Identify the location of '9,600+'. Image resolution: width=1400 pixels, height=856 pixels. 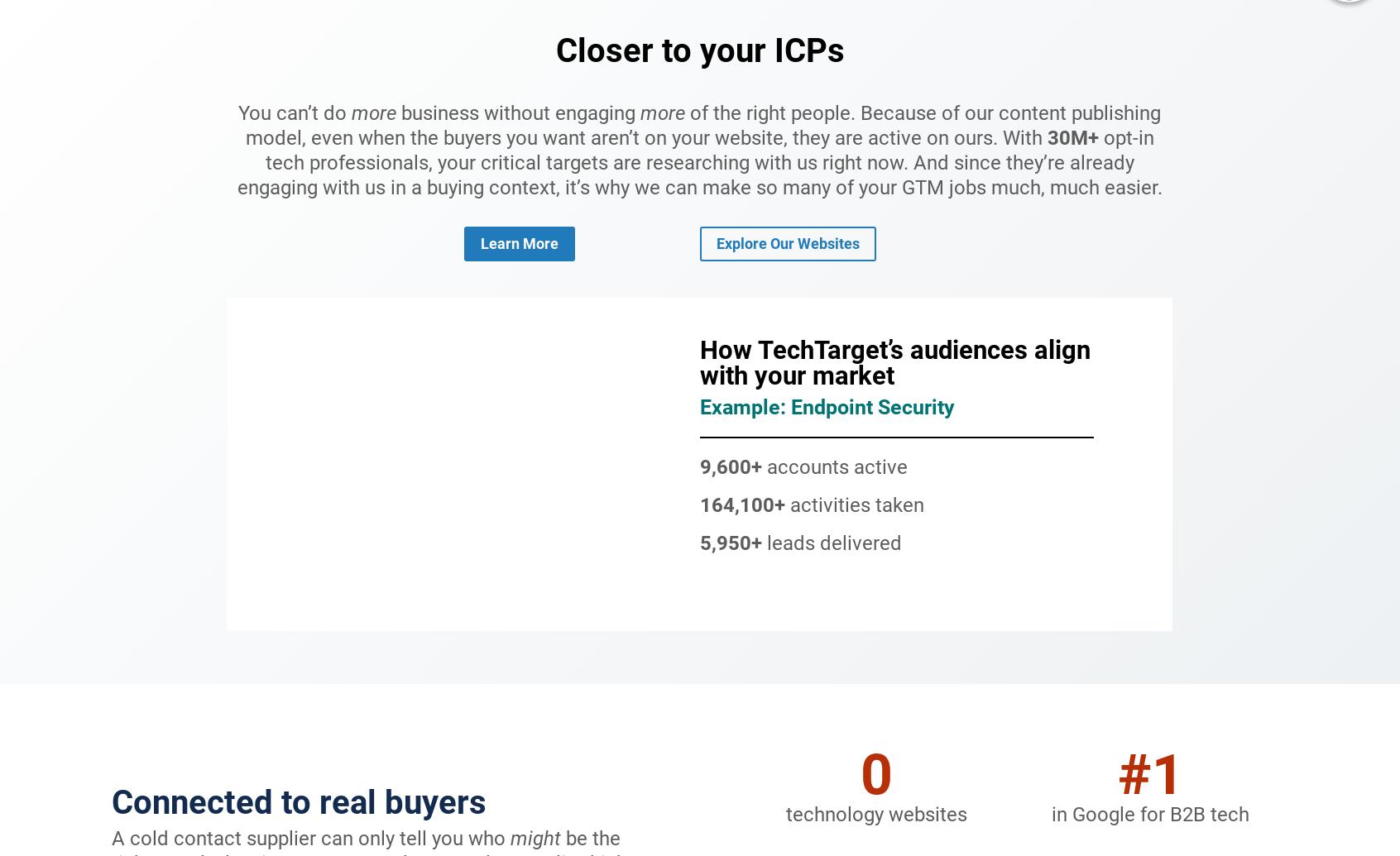
(732, 466).